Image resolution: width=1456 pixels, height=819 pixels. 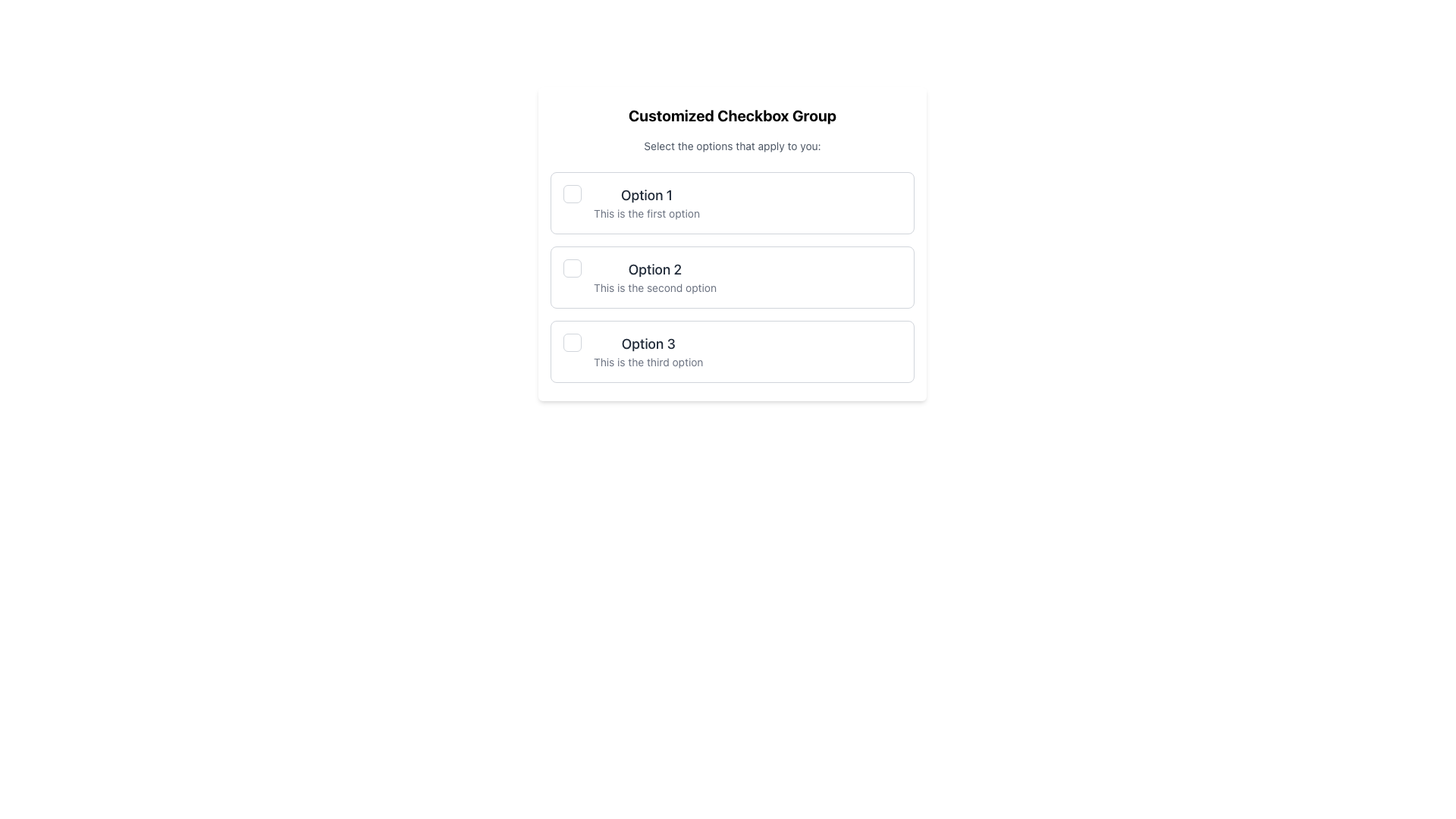 What do you see at coordinates (571, 193) in the screenshot?
I see `the checkbox associated with 'Option 1'` at bounding box center [571, 193].